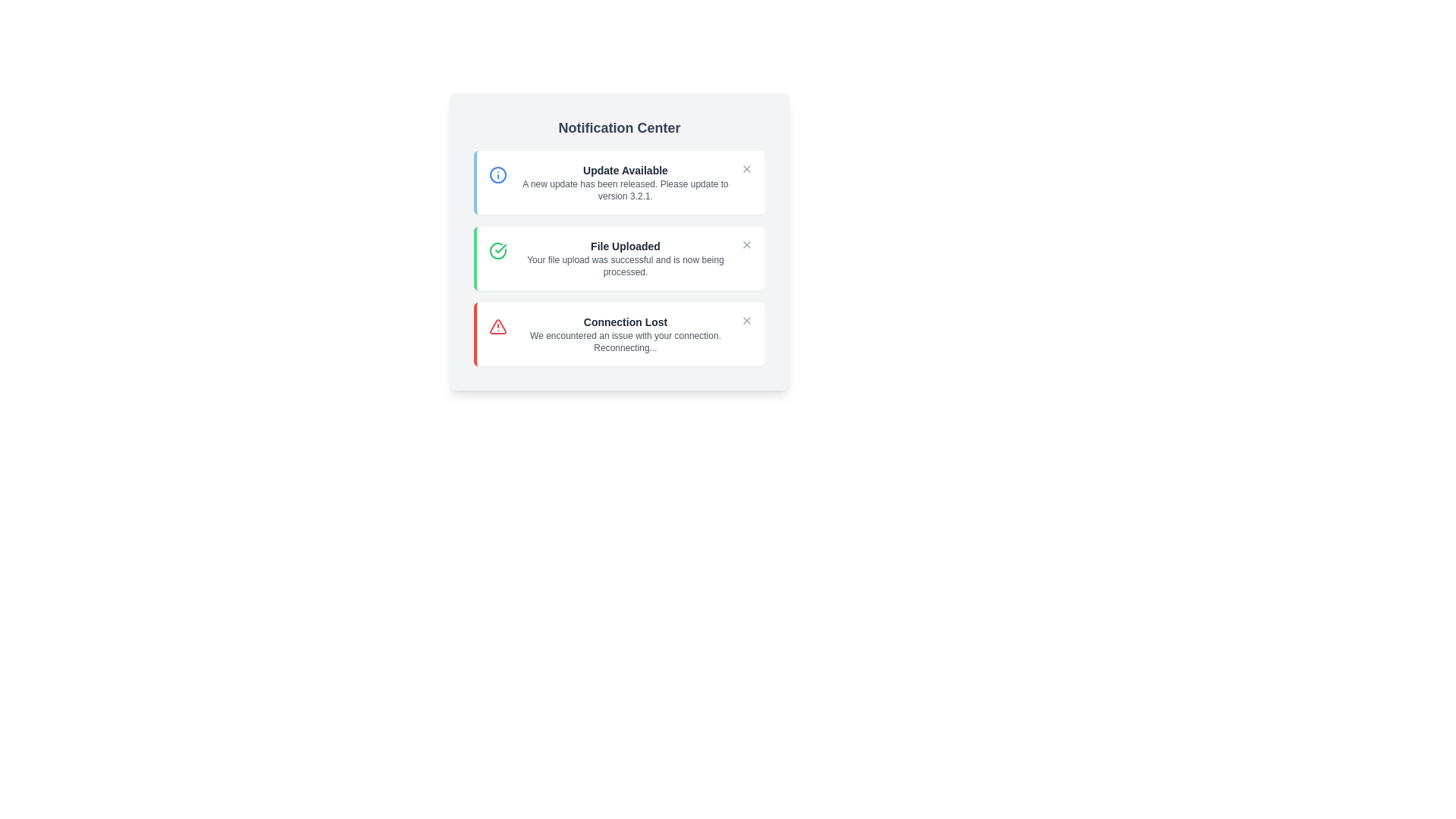 The image size is (1456, 819). What do you see at coordinates (626, 342) in the screenshot?
I see `the status message informing users about connection issues, located beneath the 'Connection Lost' headline in the Notification Center` at bounding box center [626, 342].